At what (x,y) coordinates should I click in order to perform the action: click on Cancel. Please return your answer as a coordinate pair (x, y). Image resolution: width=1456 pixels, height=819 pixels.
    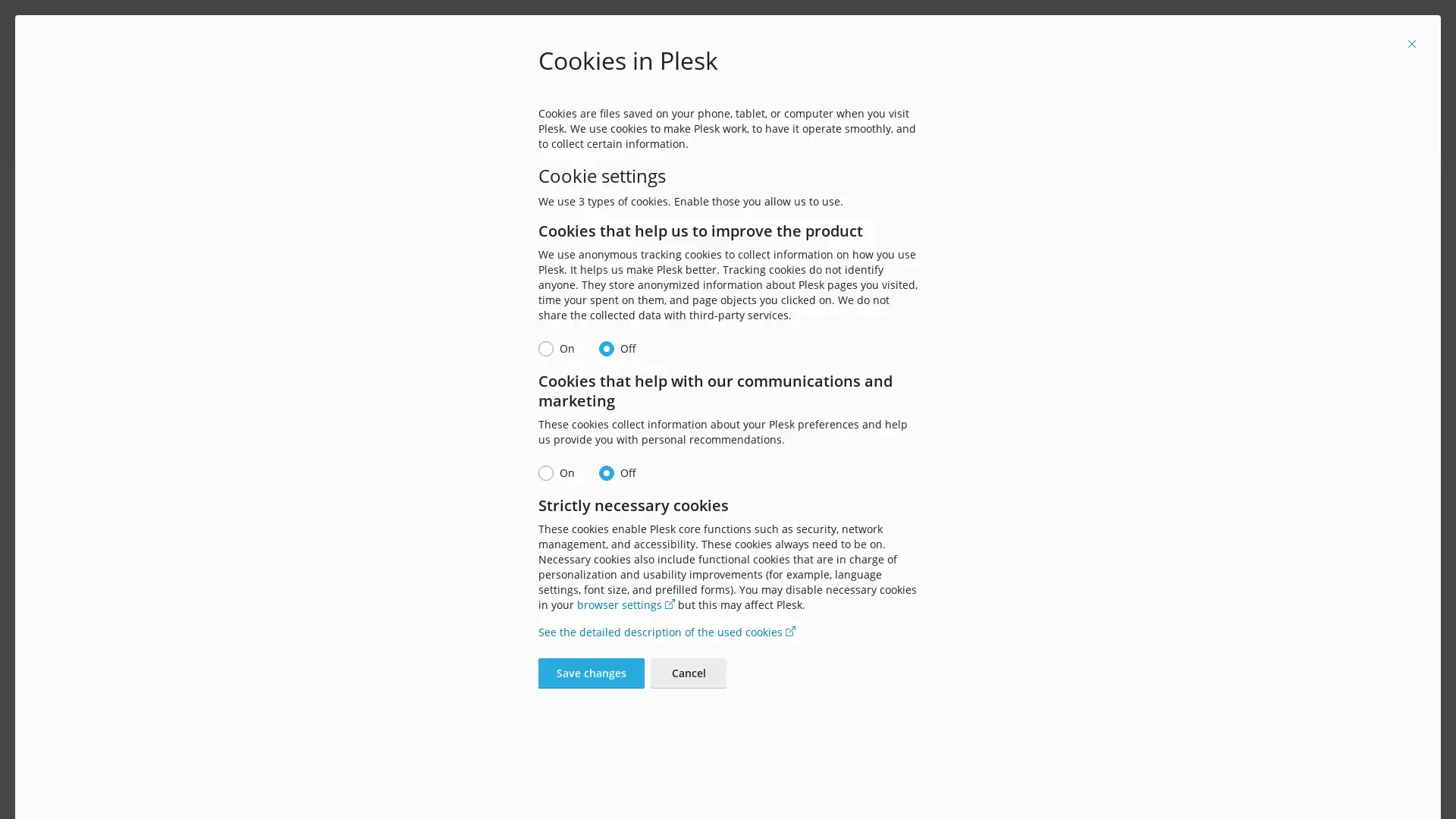
    Looking at the image, I should click on (687, 672).